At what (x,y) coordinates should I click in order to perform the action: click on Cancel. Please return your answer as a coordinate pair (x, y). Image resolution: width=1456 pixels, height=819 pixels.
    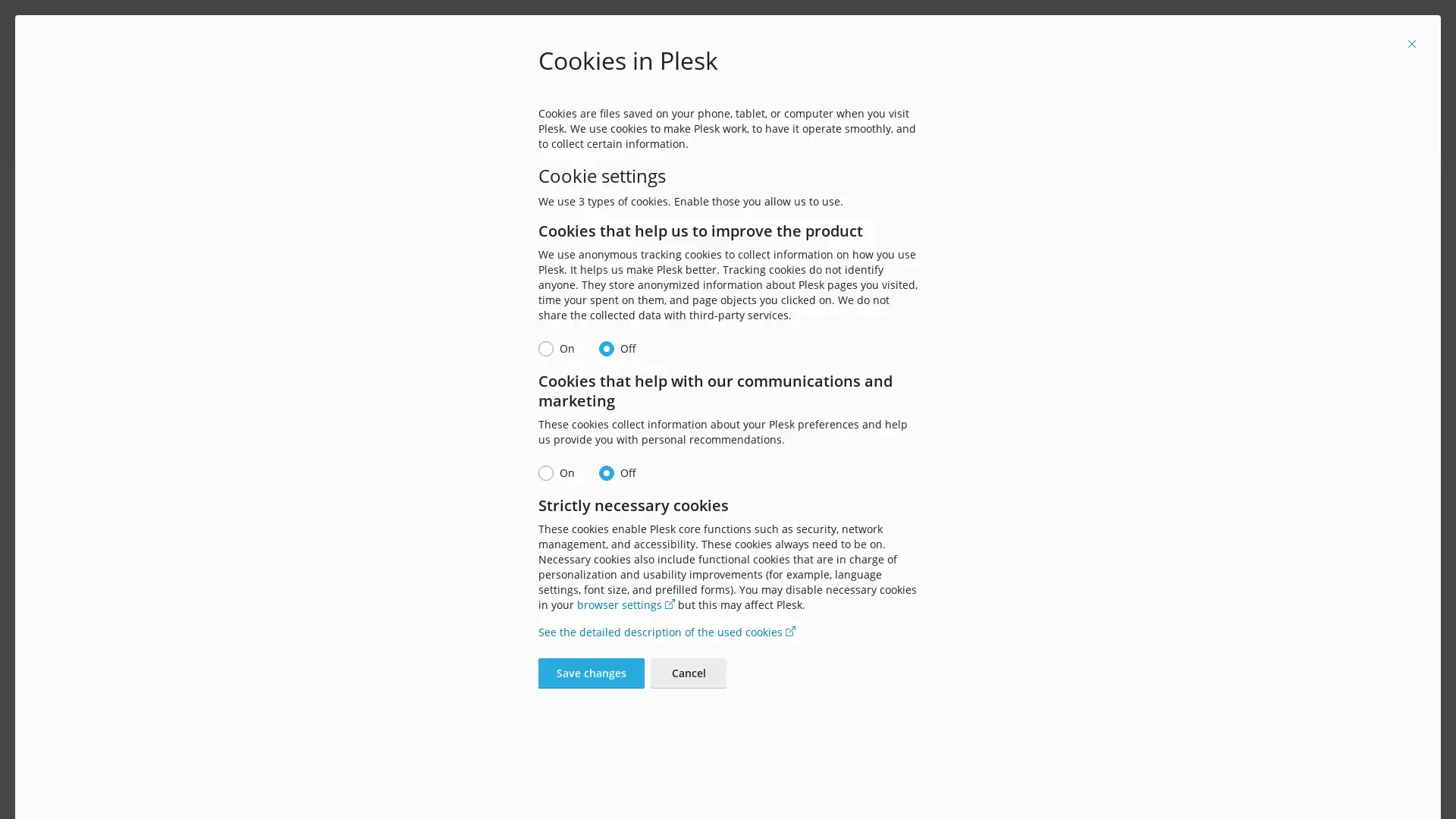
    Looking at the image, I should click on (687, 672).